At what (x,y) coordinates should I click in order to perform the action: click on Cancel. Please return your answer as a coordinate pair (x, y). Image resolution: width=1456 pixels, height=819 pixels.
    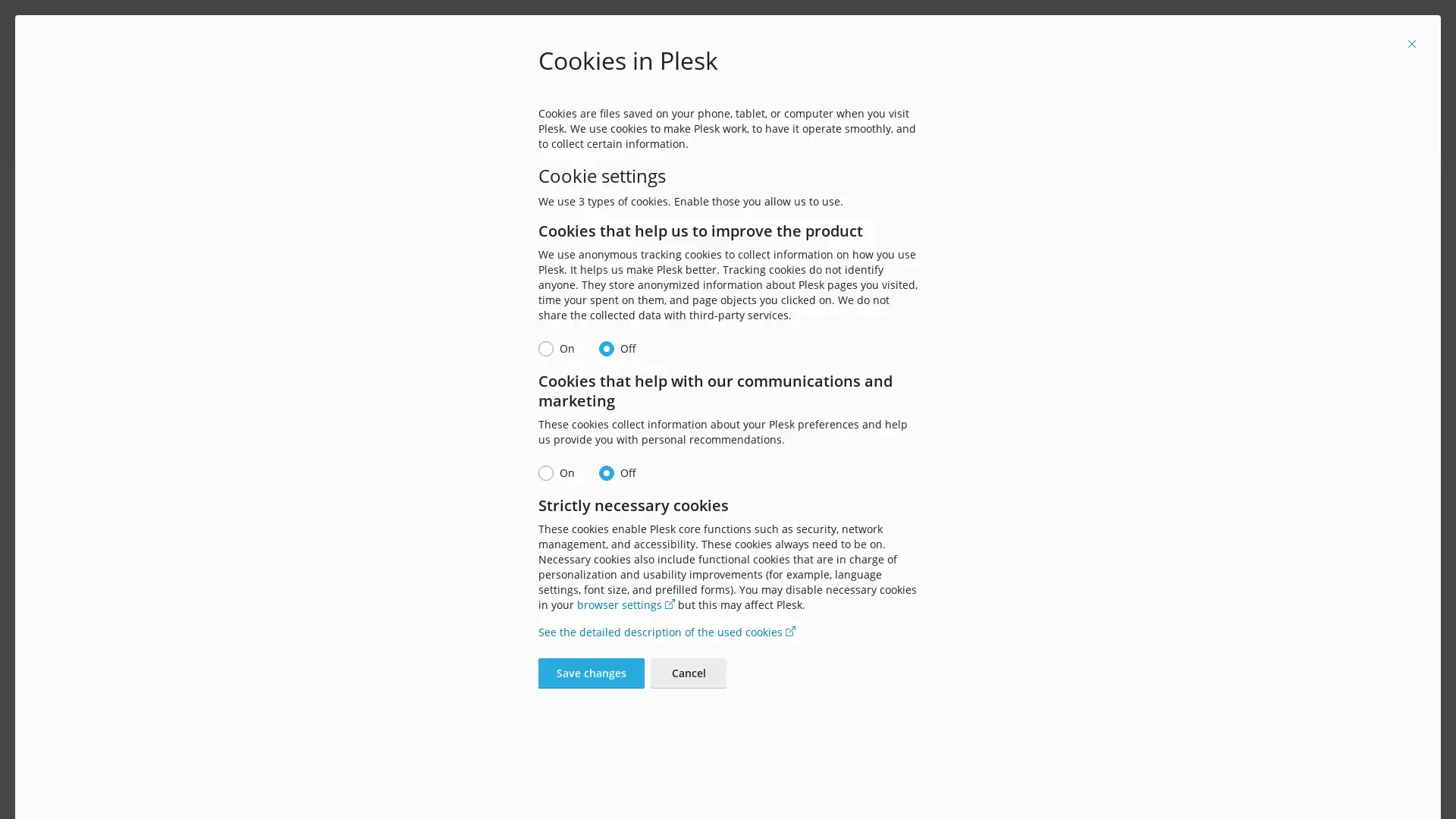
    Looking at the image, I should click on (687, 672).